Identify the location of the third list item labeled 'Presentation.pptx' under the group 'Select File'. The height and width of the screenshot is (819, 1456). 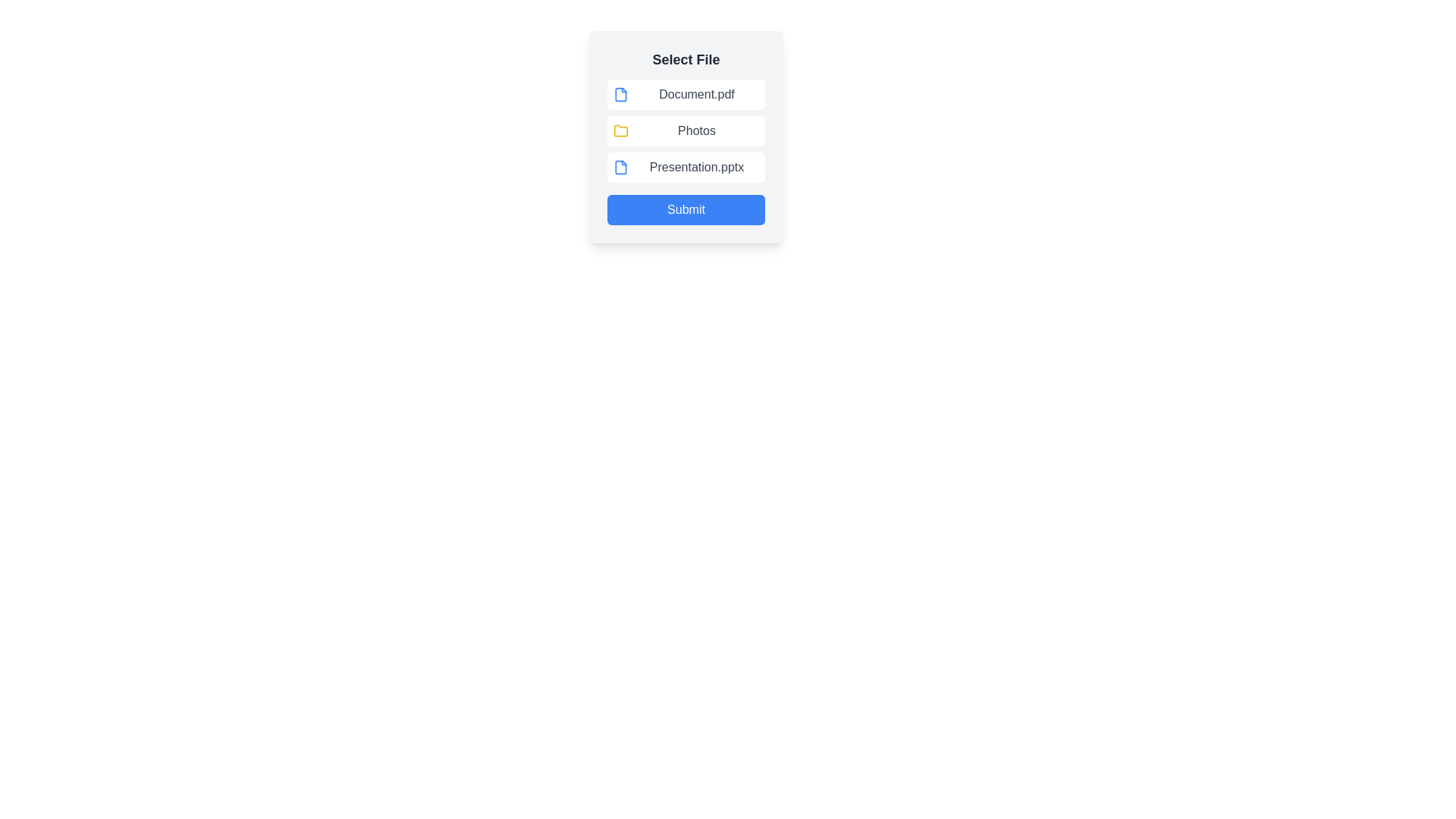
(686, 167).